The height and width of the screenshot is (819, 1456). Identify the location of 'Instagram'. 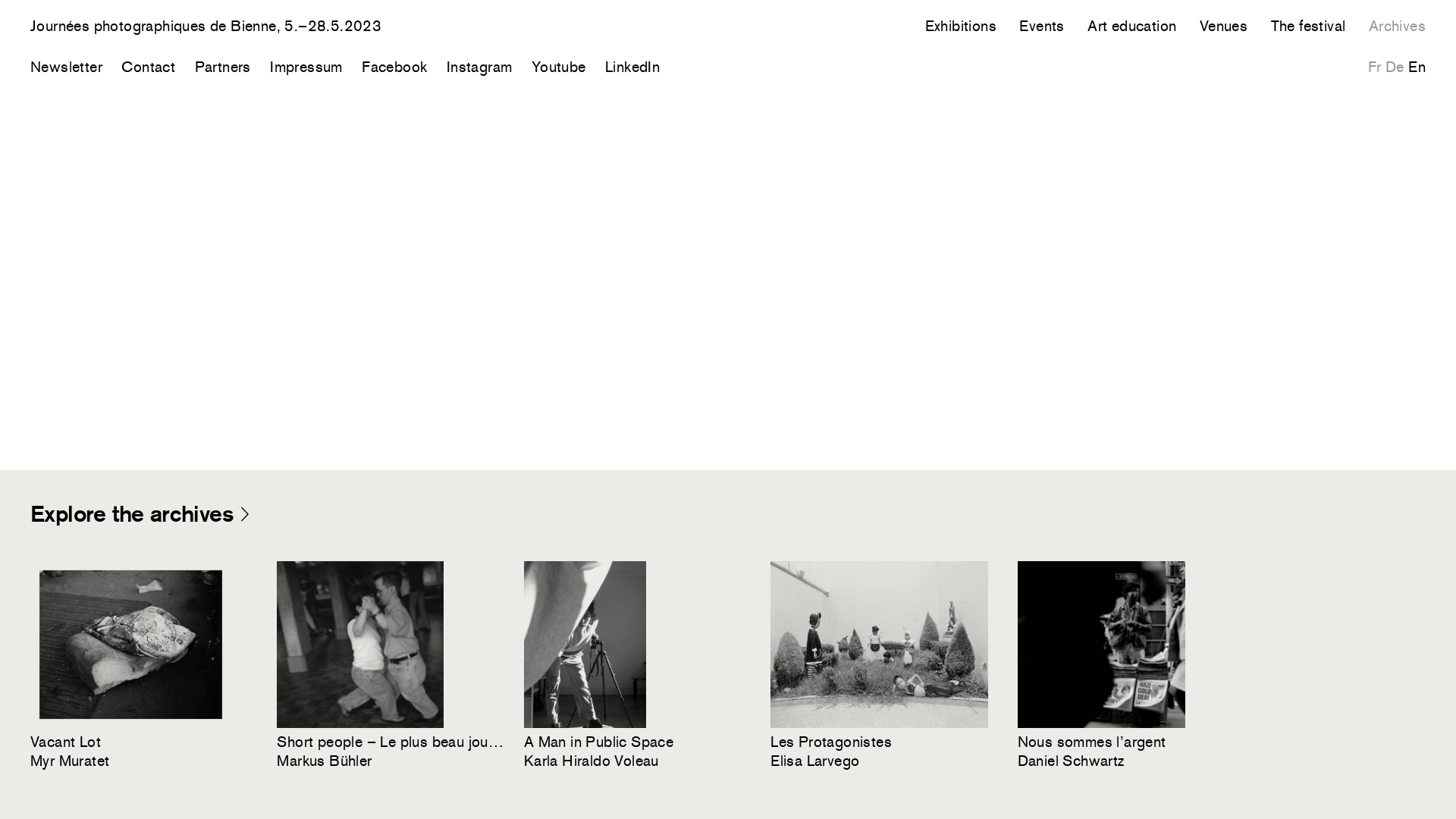
(479, 66).